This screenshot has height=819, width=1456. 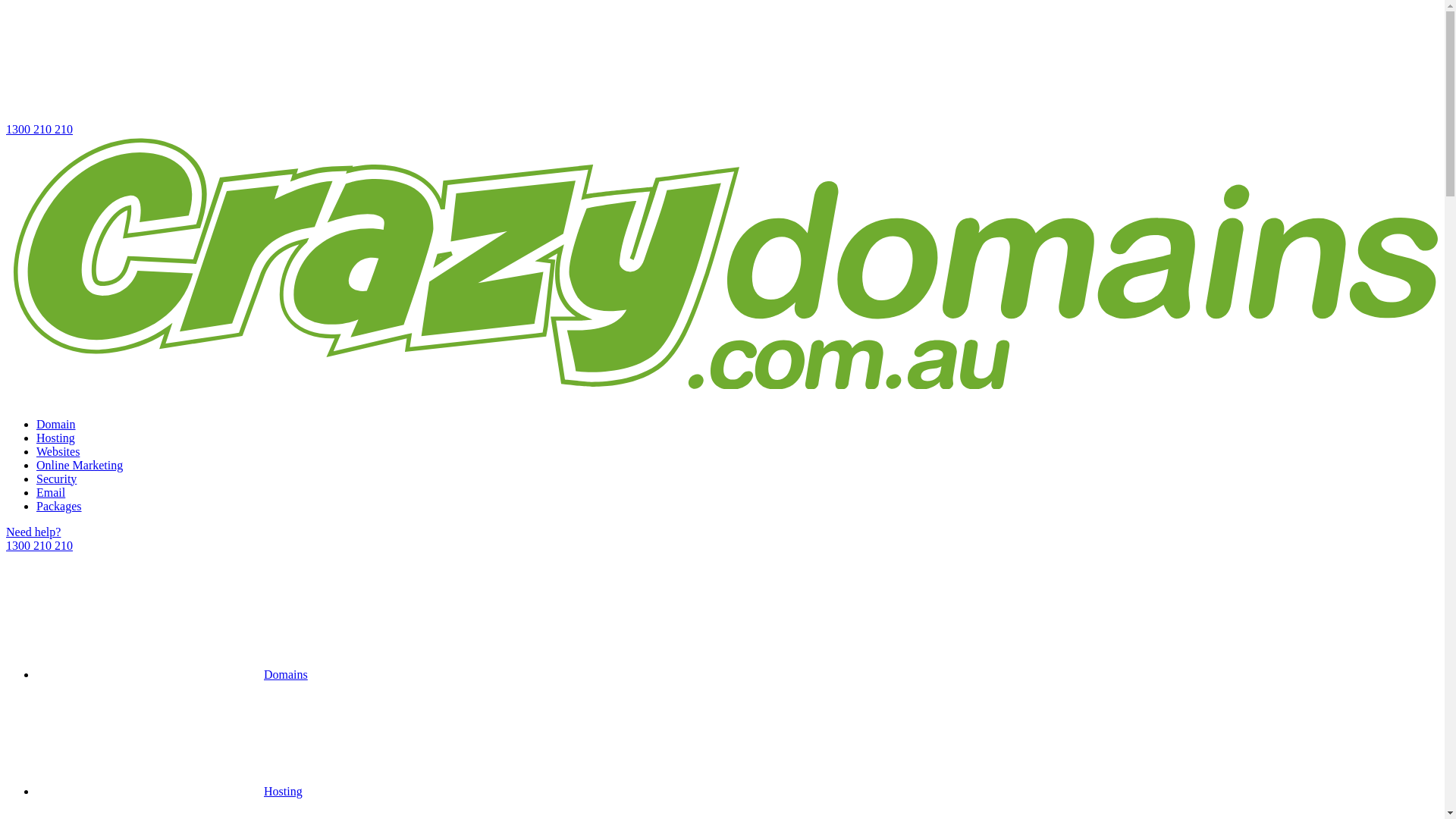 I want to click on 'Domains', so click(x=171, y=673).